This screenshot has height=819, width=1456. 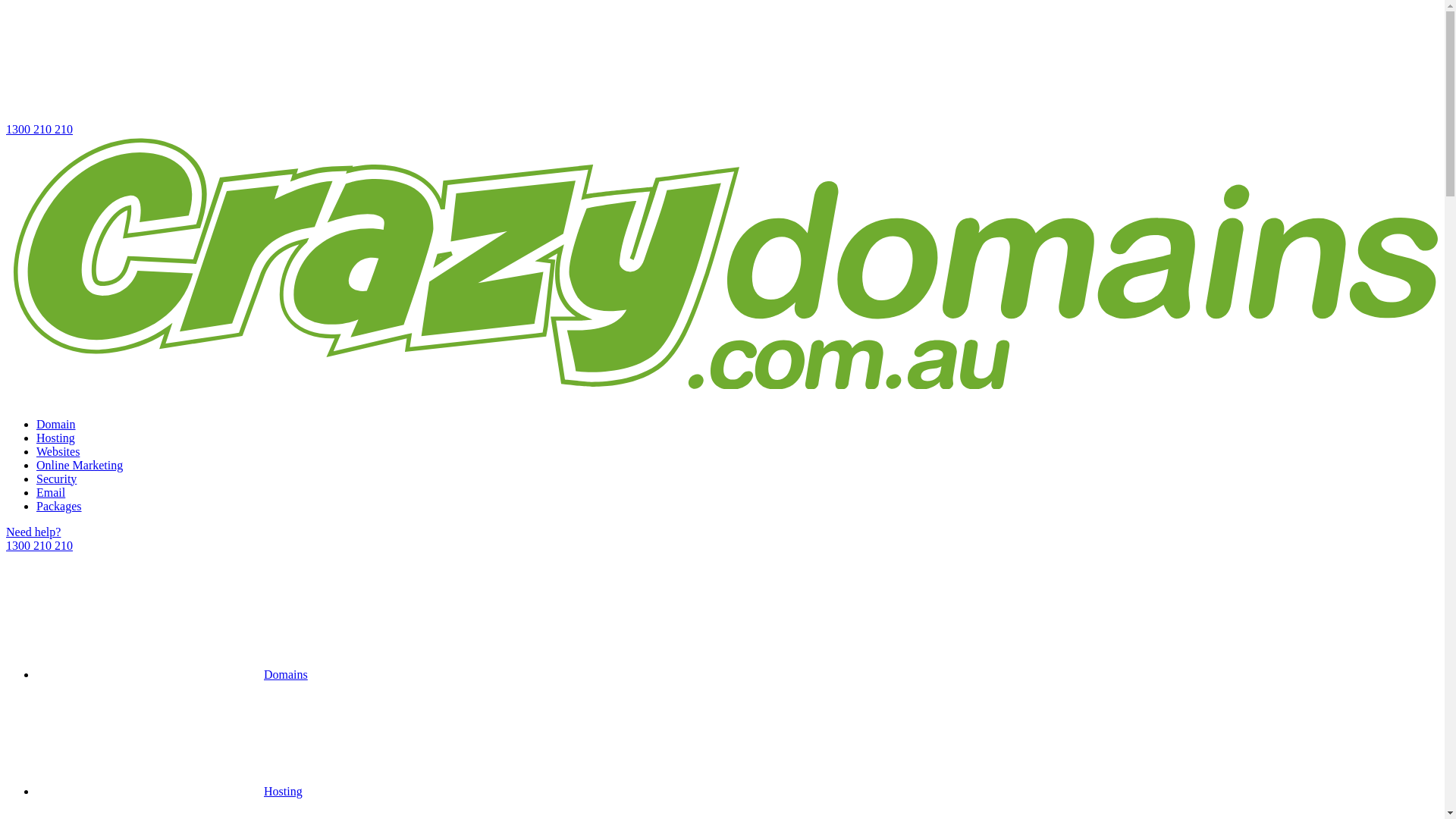 I want to click on 'Domains', so click(x=171, y=673).